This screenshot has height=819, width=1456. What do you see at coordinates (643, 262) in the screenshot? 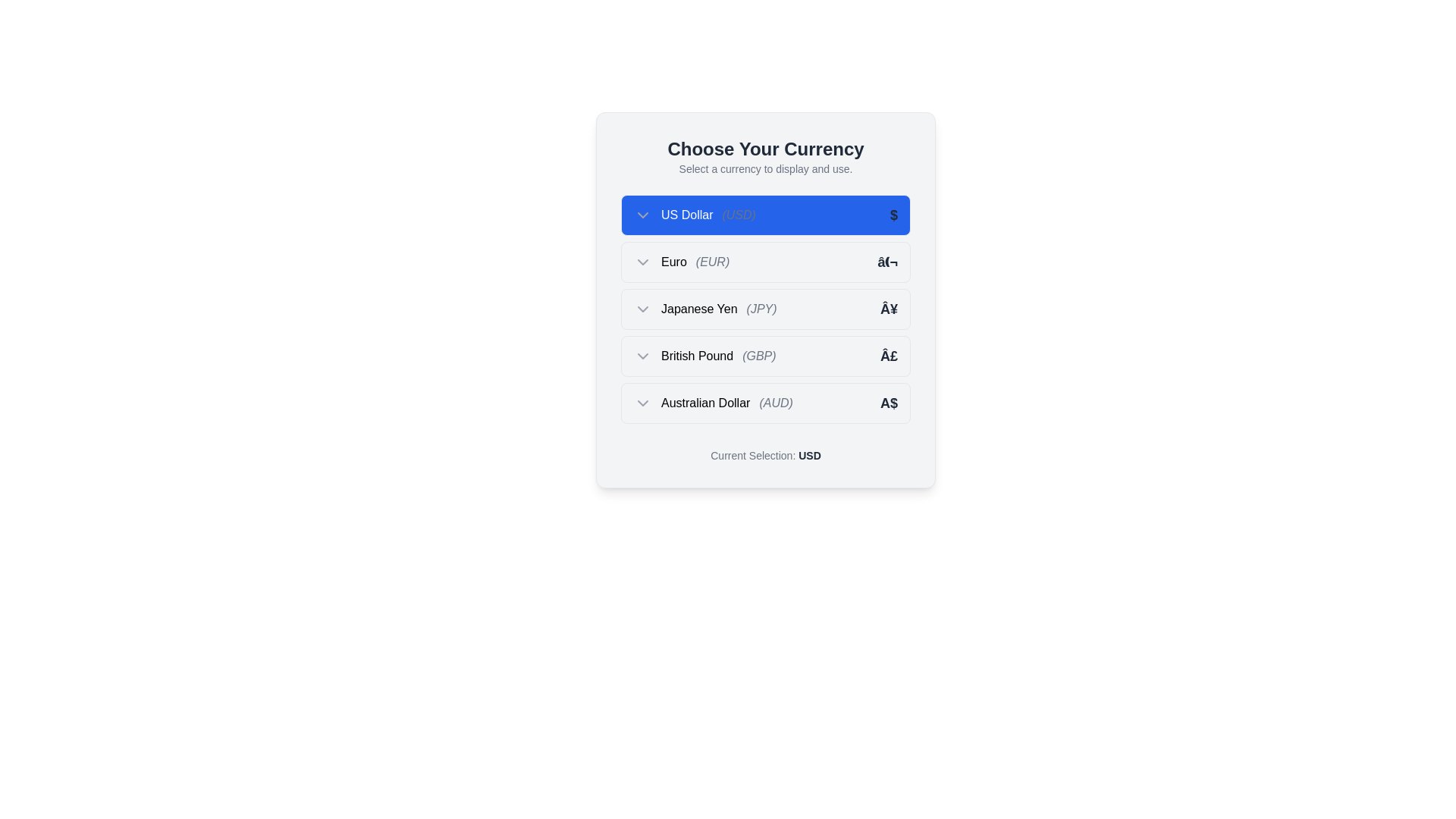
I see `the Chevron icon indicating dropdown functionality next to 'Euro (EUR)' in the second row` at bounding box center [643, 262].